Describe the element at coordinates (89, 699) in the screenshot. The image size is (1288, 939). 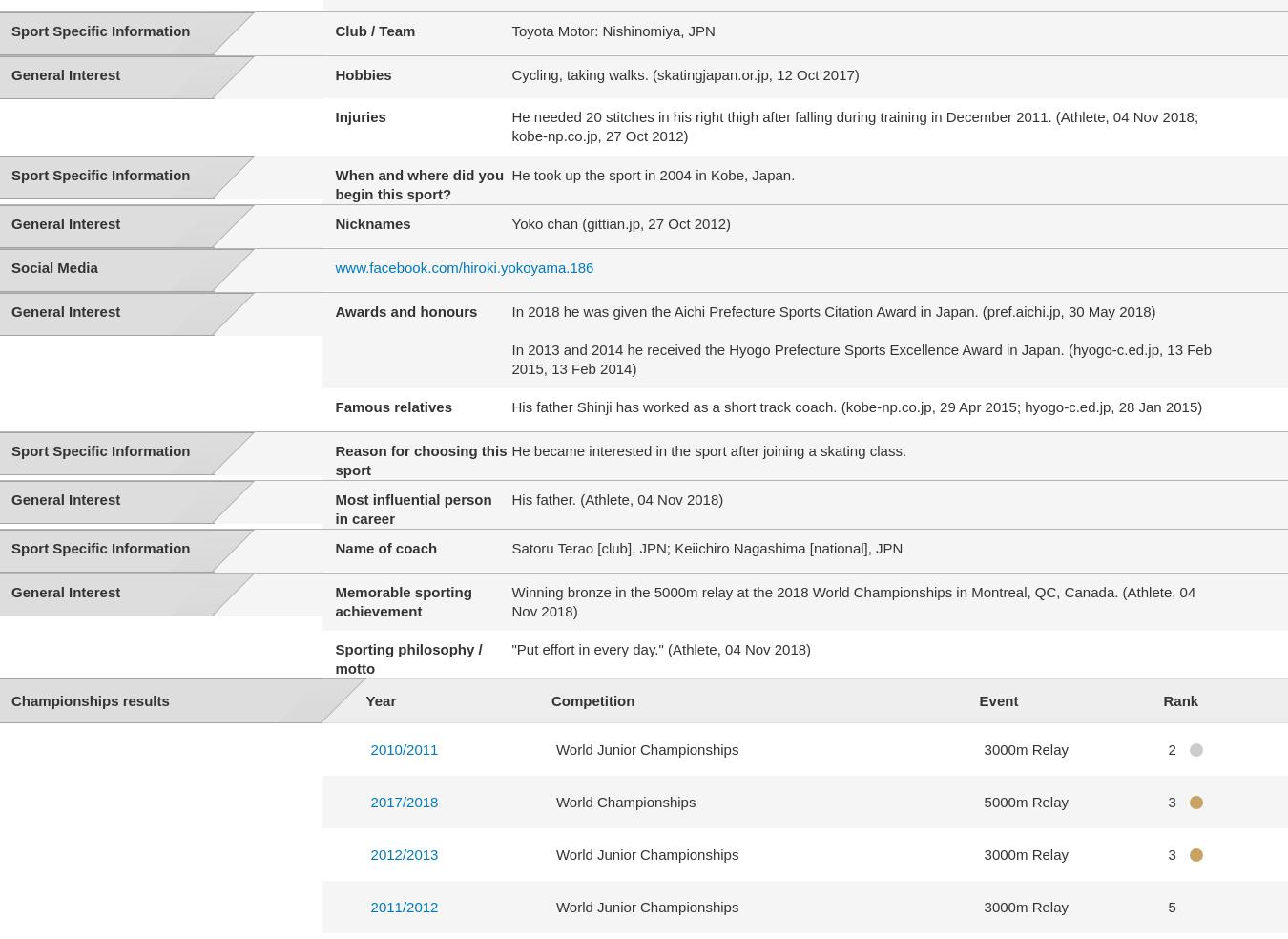
I see `'Championships results'` at that location.